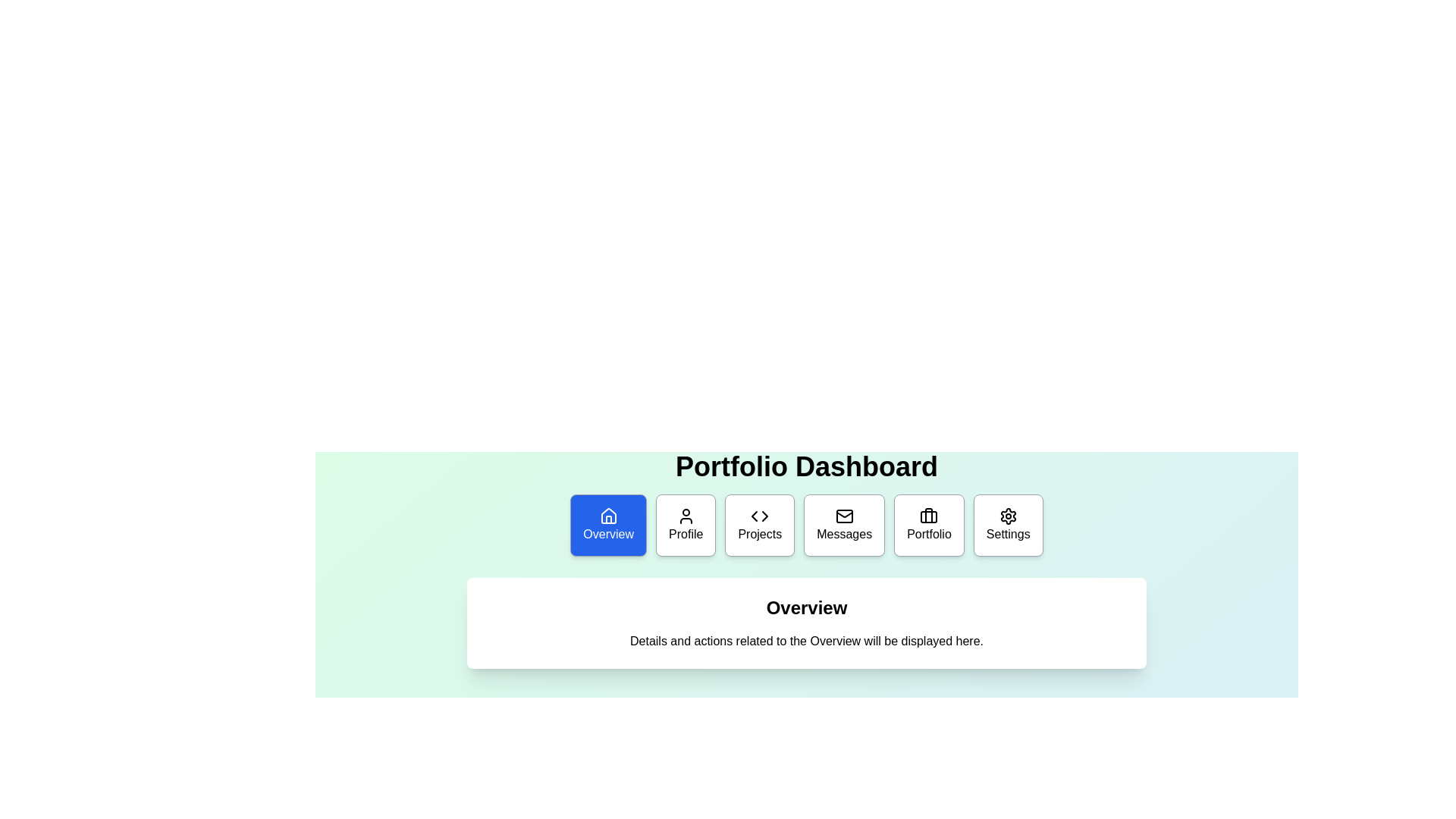 The image size is (1456, 819). Describe the element at coordinates (1008, 516) in the screenshot. I see `the settings icon located on the far-right side of the navigation buttons` at that location.